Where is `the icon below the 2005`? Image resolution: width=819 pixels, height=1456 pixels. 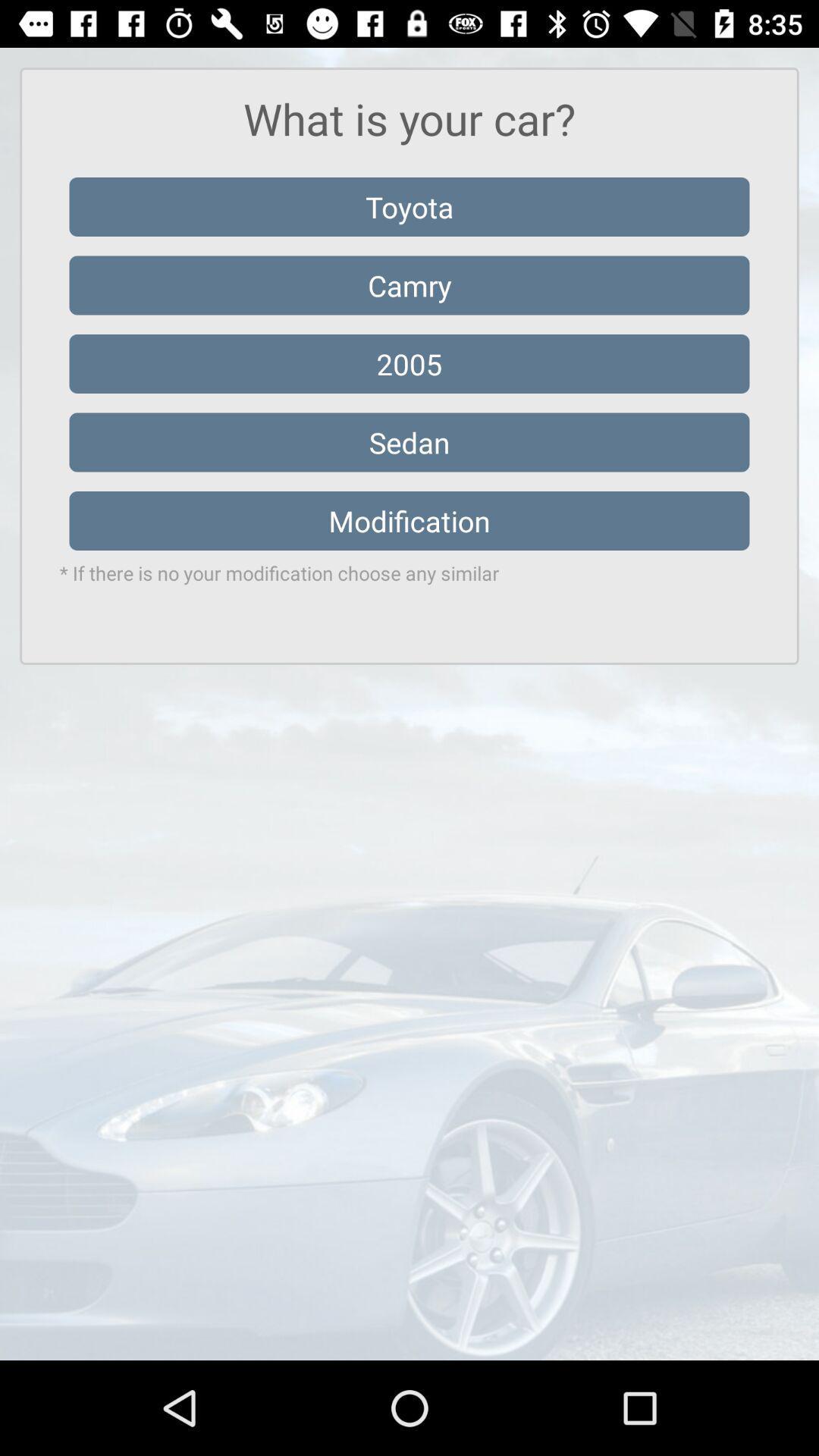 the icon below the 2005 is located at coordinates (409, 441).